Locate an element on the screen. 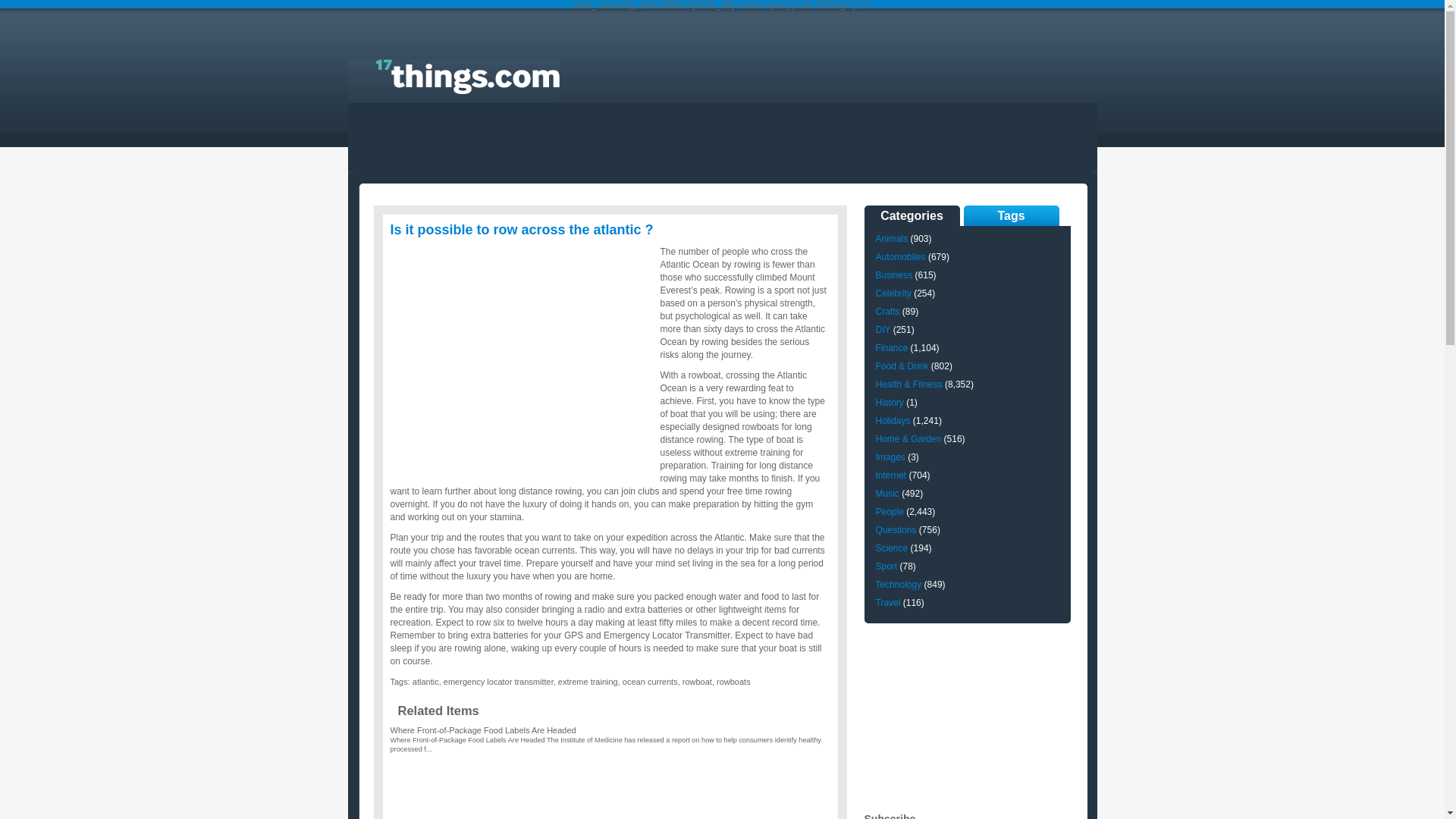 The width and height of the screenshot is (1456, 819). 'Images' is located at coordinates (890, 456).